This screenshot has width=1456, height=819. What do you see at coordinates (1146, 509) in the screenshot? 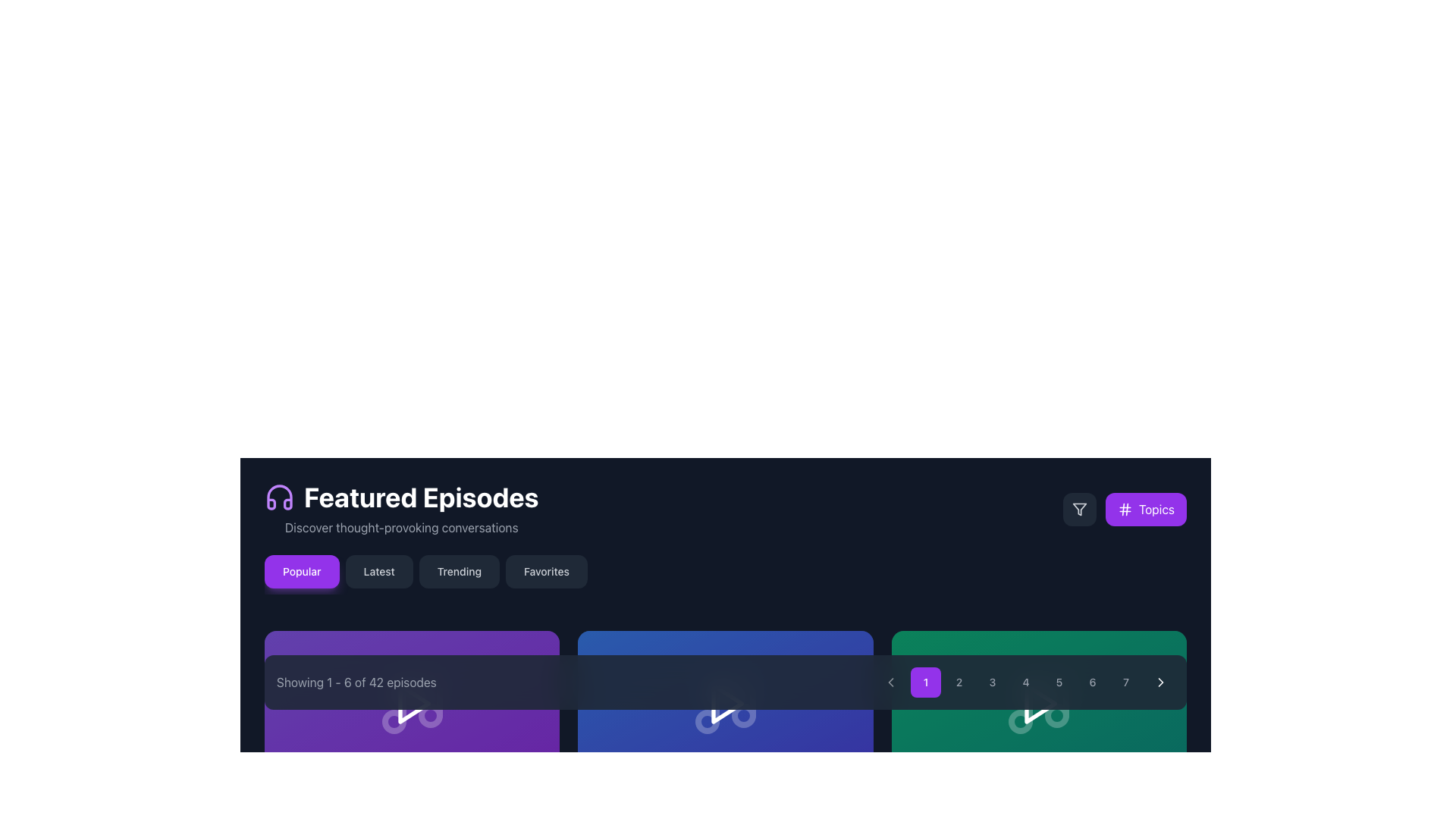
I see `the button related to 'Topics' located in the top-right corner of the UI, immediately to the right of the filter icon styled button` at bounding box center [1146, 509].